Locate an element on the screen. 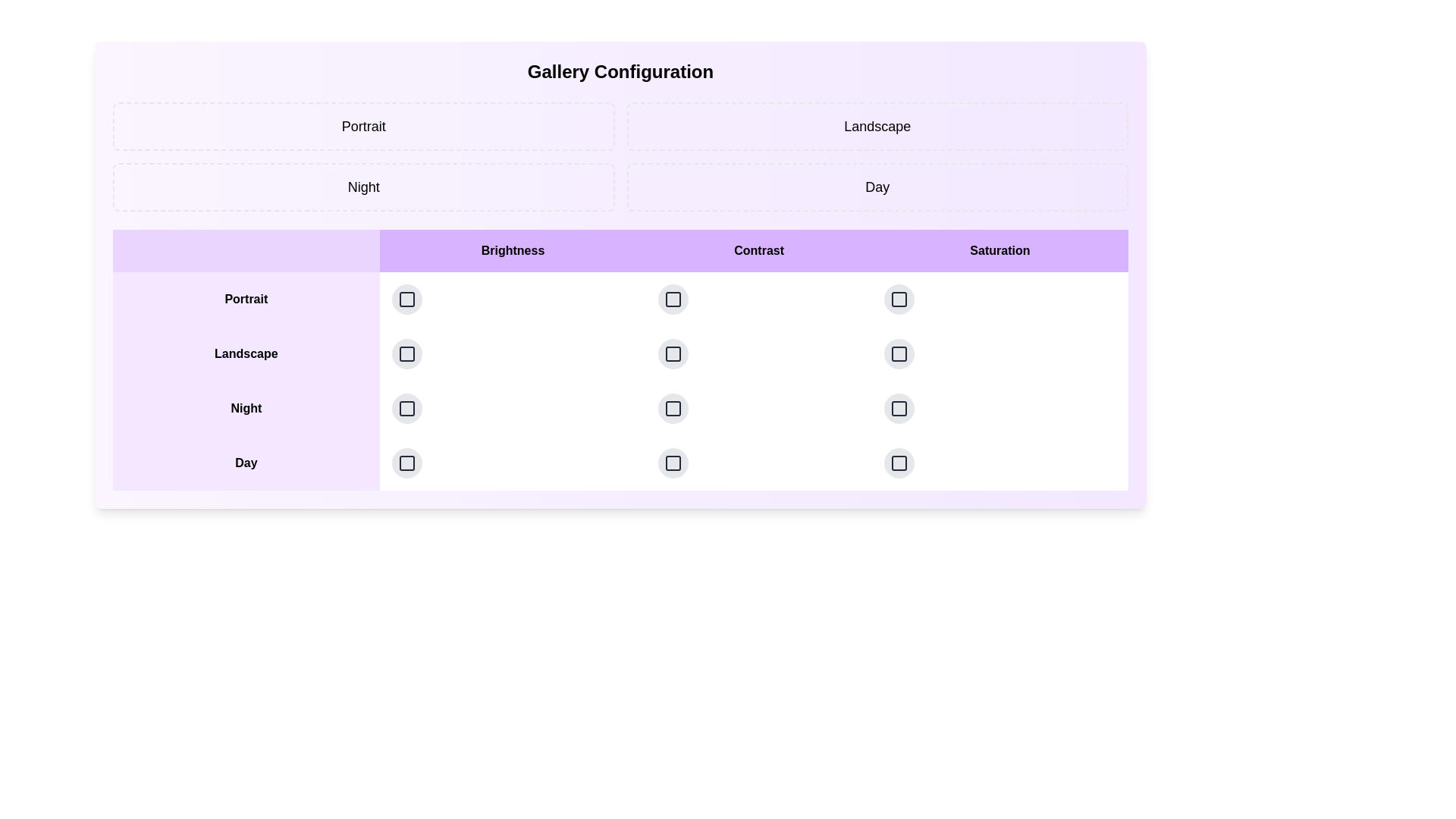 This screenshot has height=819, width=1456. the interactive checkbox-like UI component located under the 'Brightness' column and aligned with the 'Portrait' row is located at coordinates (406, 299).